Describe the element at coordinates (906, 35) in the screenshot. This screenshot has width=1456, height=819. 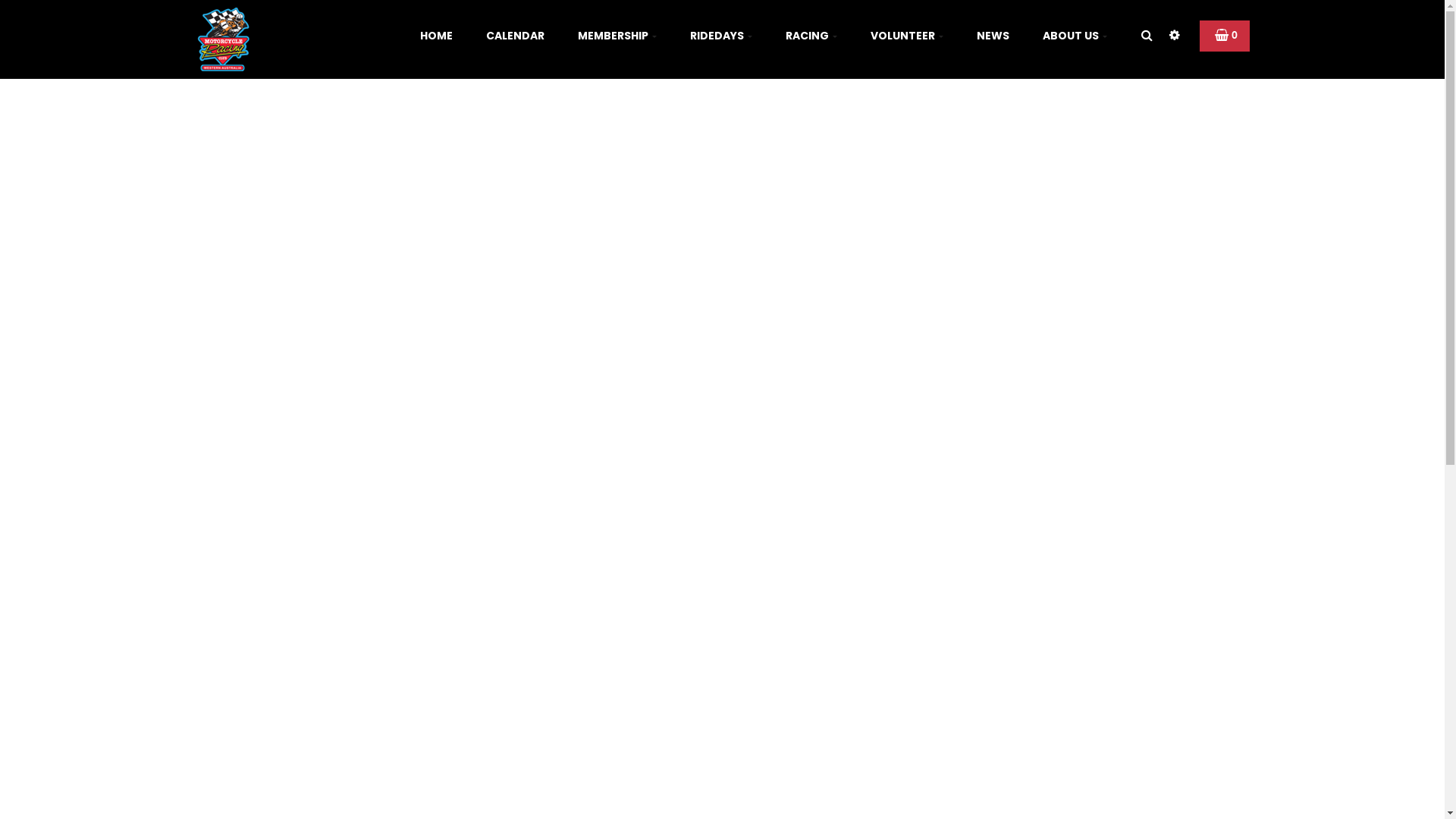
I see `'VOLUNTEER'` at that location.